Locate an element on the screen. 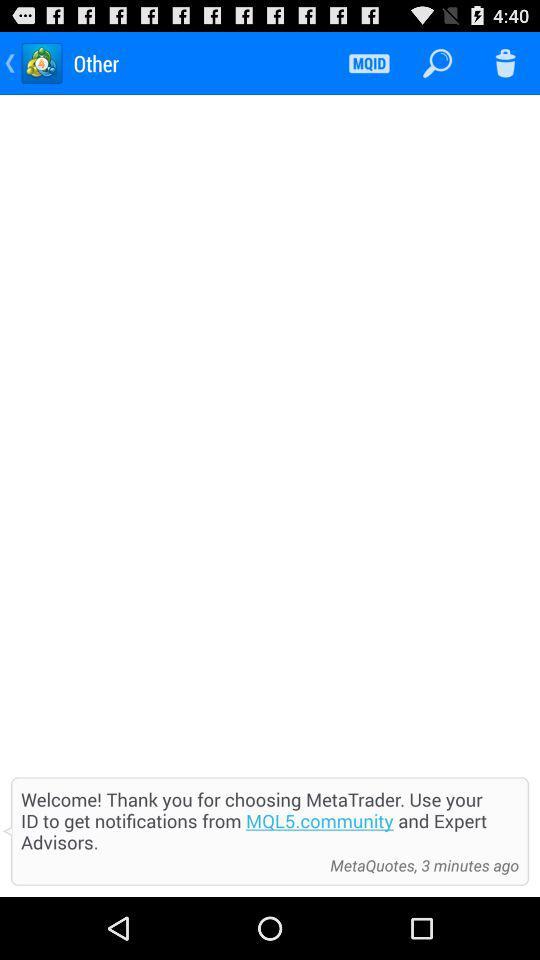 The width and height of the screenshot is (540, 960). welcome thank you item is located at coordinates (270, 820).